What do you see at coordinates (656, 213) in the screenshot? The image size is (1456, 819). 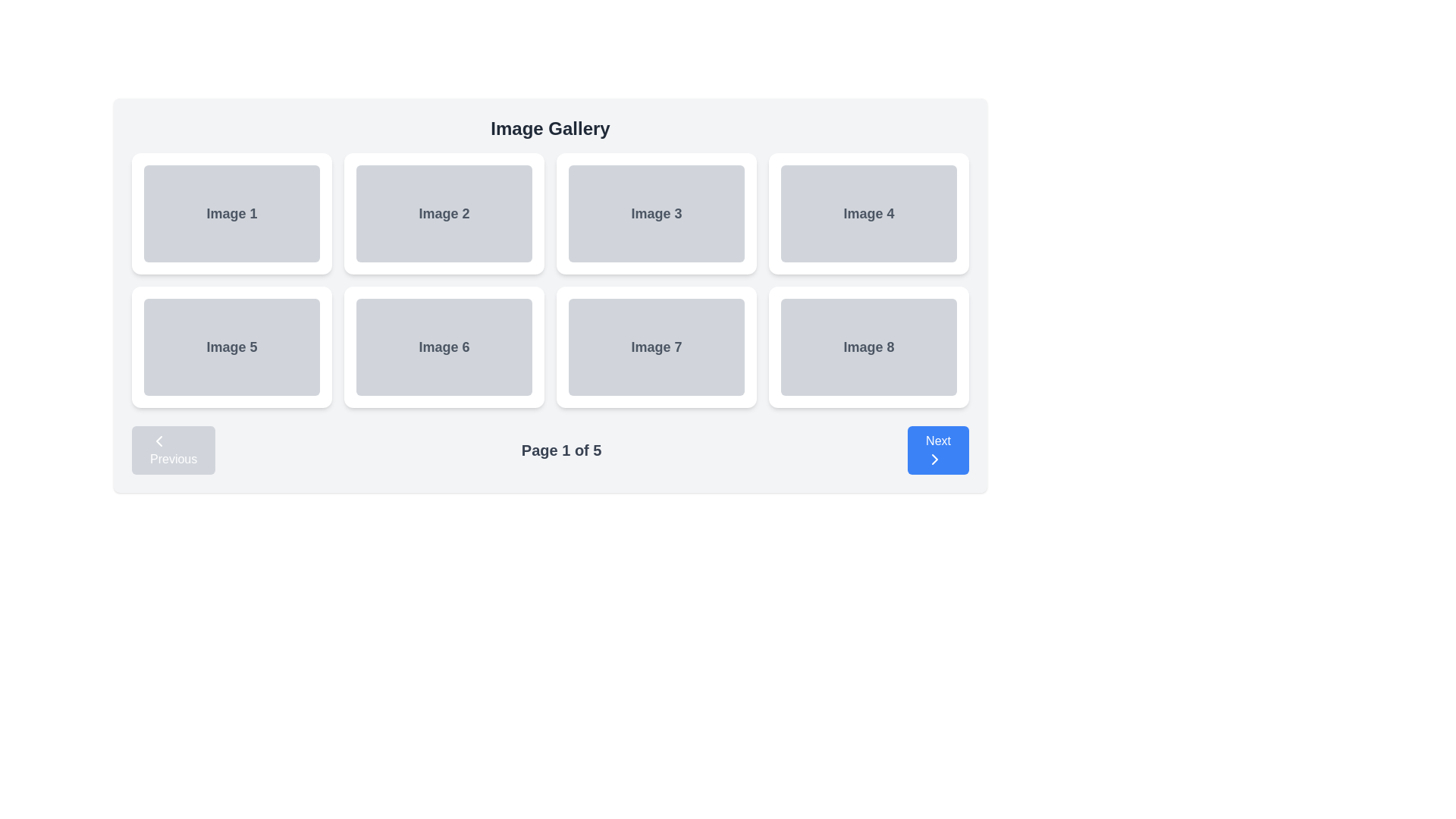 I see `the Card element labeled as 'Image 3', which is the third element in the upper row of a 4x2 grid layout, positioned between 'Image 2' and 'Image 4'` at bounding box center [656, 213].